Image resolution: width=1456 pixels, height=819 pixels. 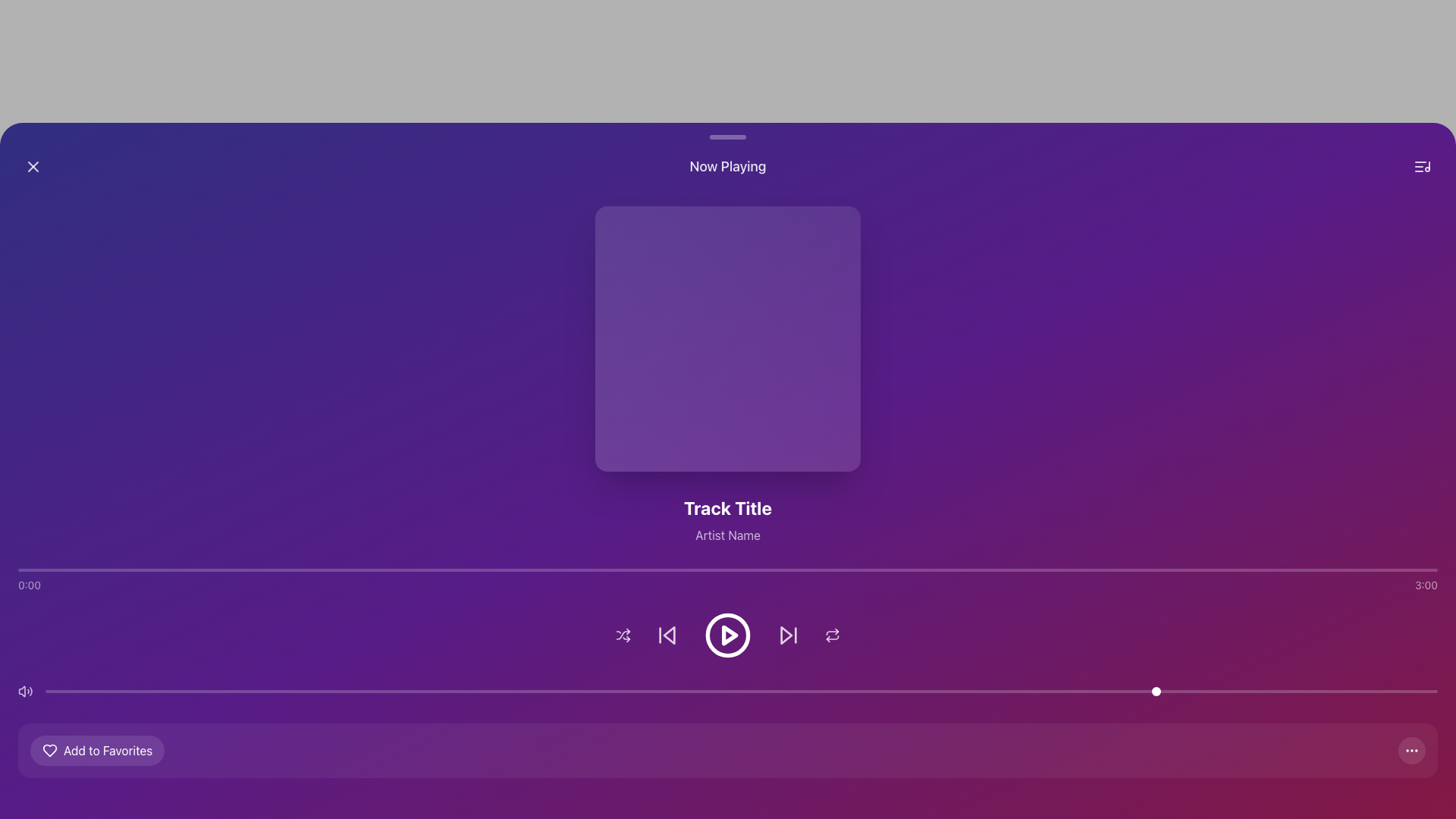 What do you see at coordinates (728, 534) in the screenshot?
I see `the 'Artist Name' text label, which is displayed in a semi-transparent white font below the 'Track Title' text in the music player interface` at bounding box center [728, 534].